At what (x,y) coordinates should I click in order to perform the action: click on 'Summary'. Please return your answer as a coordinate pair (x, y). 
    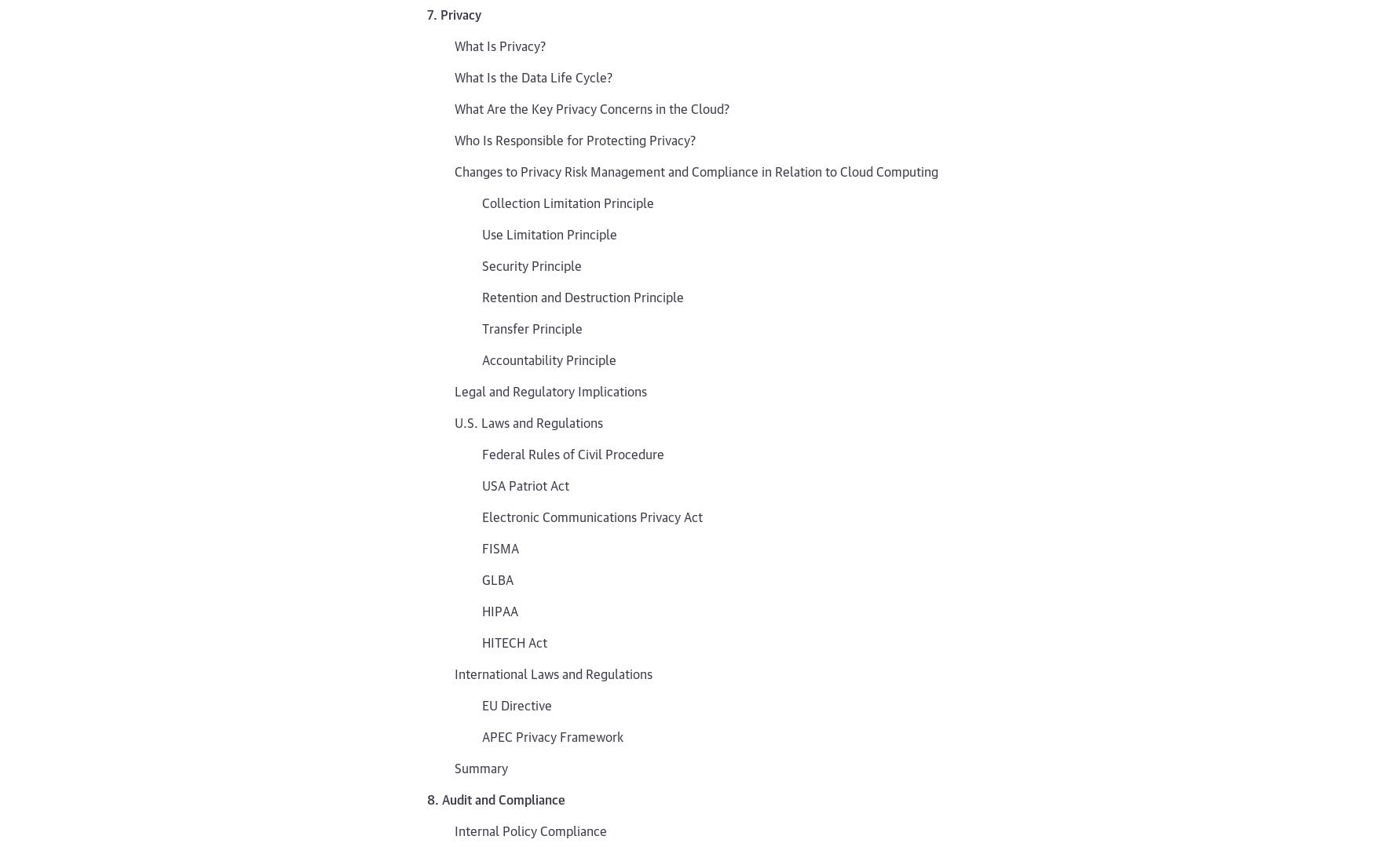
    Looking at the image, I should click on (481, 766).